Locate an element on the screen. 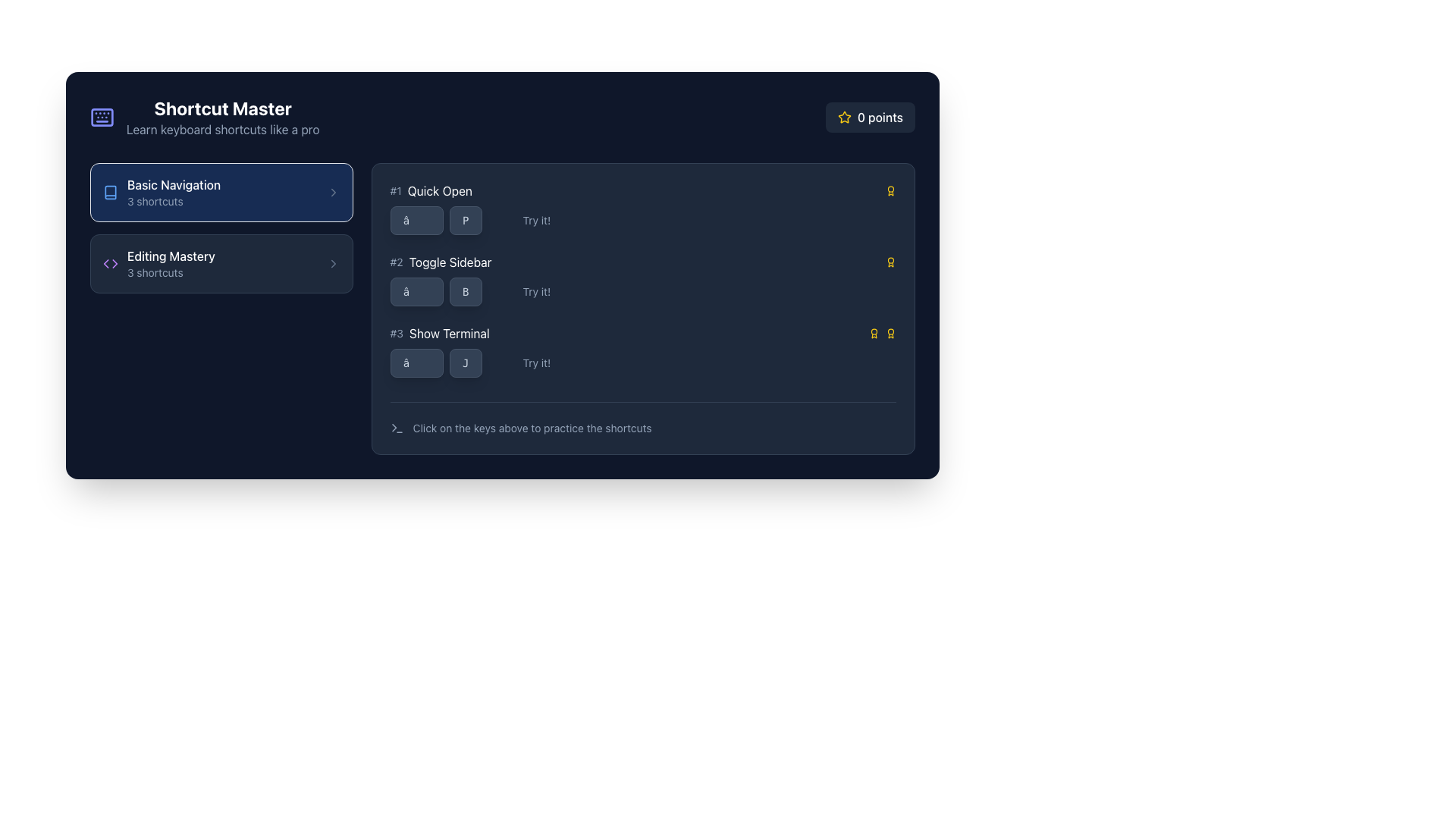 The image size is (1456, 819). the text label displaying 'Try it!' located to the right of the button labeled 'J' in the 'Show Terminal' option group is located at coordinates (526, 362).